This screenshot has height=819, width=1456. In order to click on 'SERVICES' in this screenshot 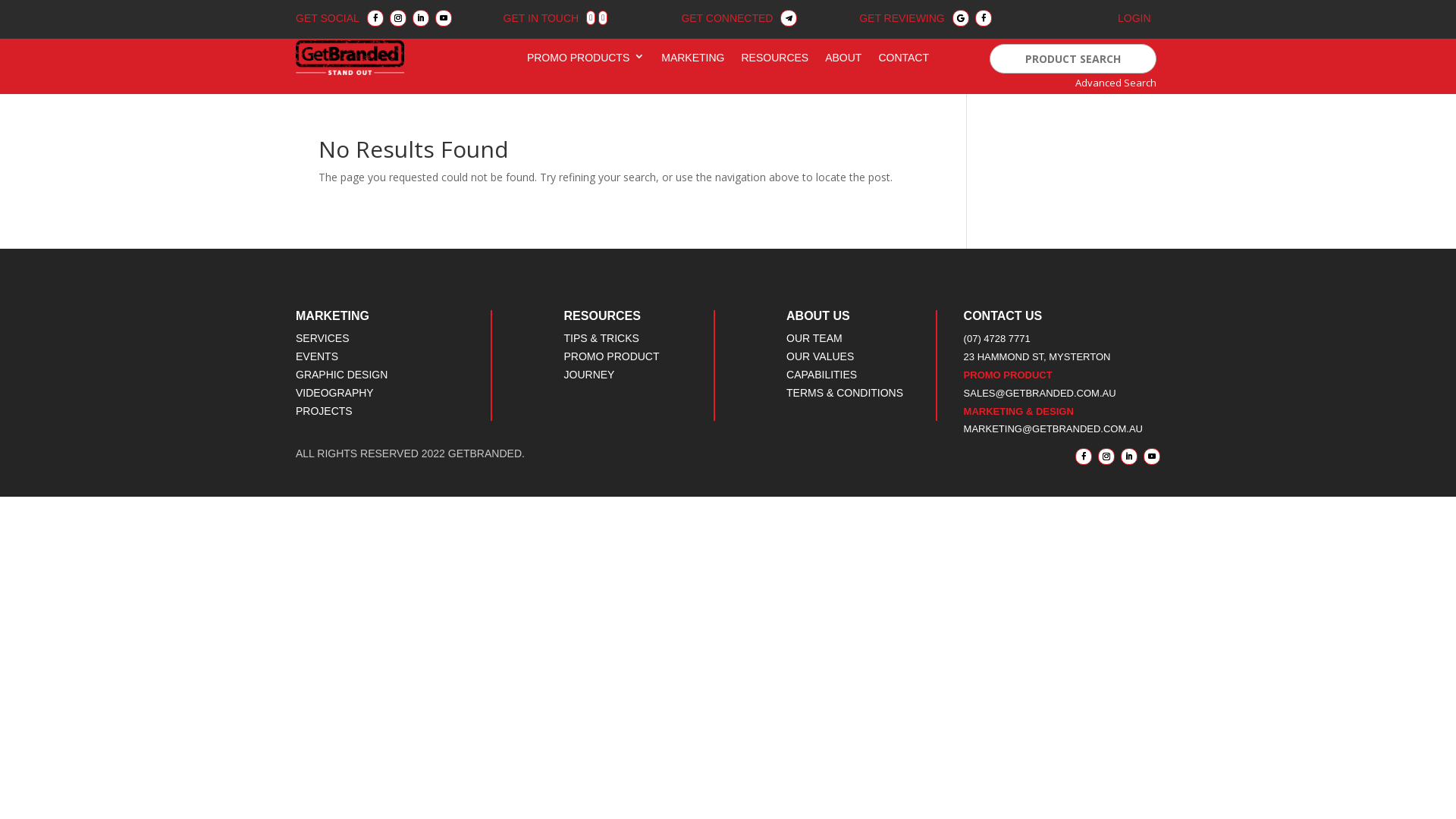, I will do `click(322, 337)`.